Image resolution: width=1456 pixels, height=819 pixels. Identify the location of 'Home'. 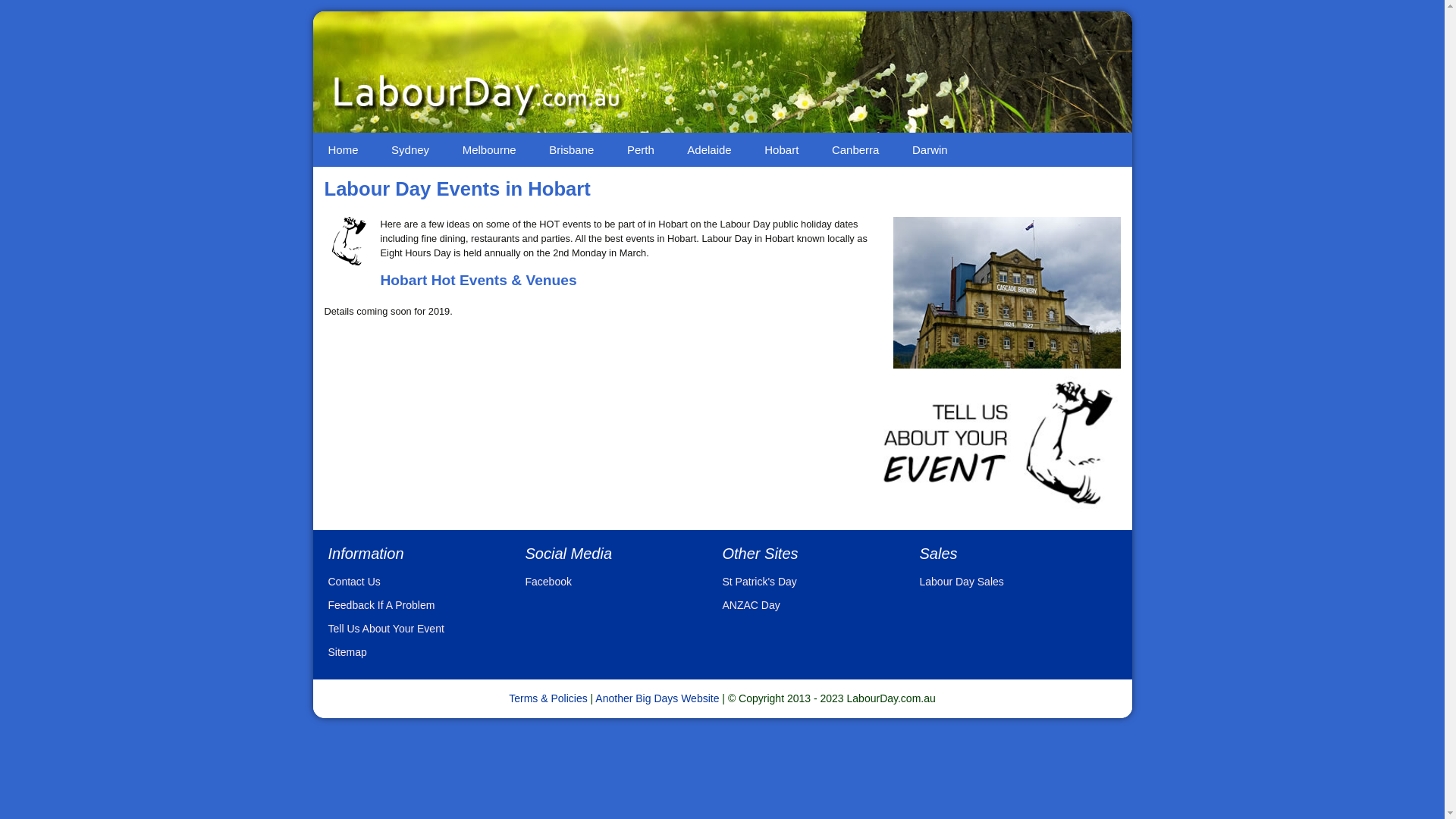
(341, 149).